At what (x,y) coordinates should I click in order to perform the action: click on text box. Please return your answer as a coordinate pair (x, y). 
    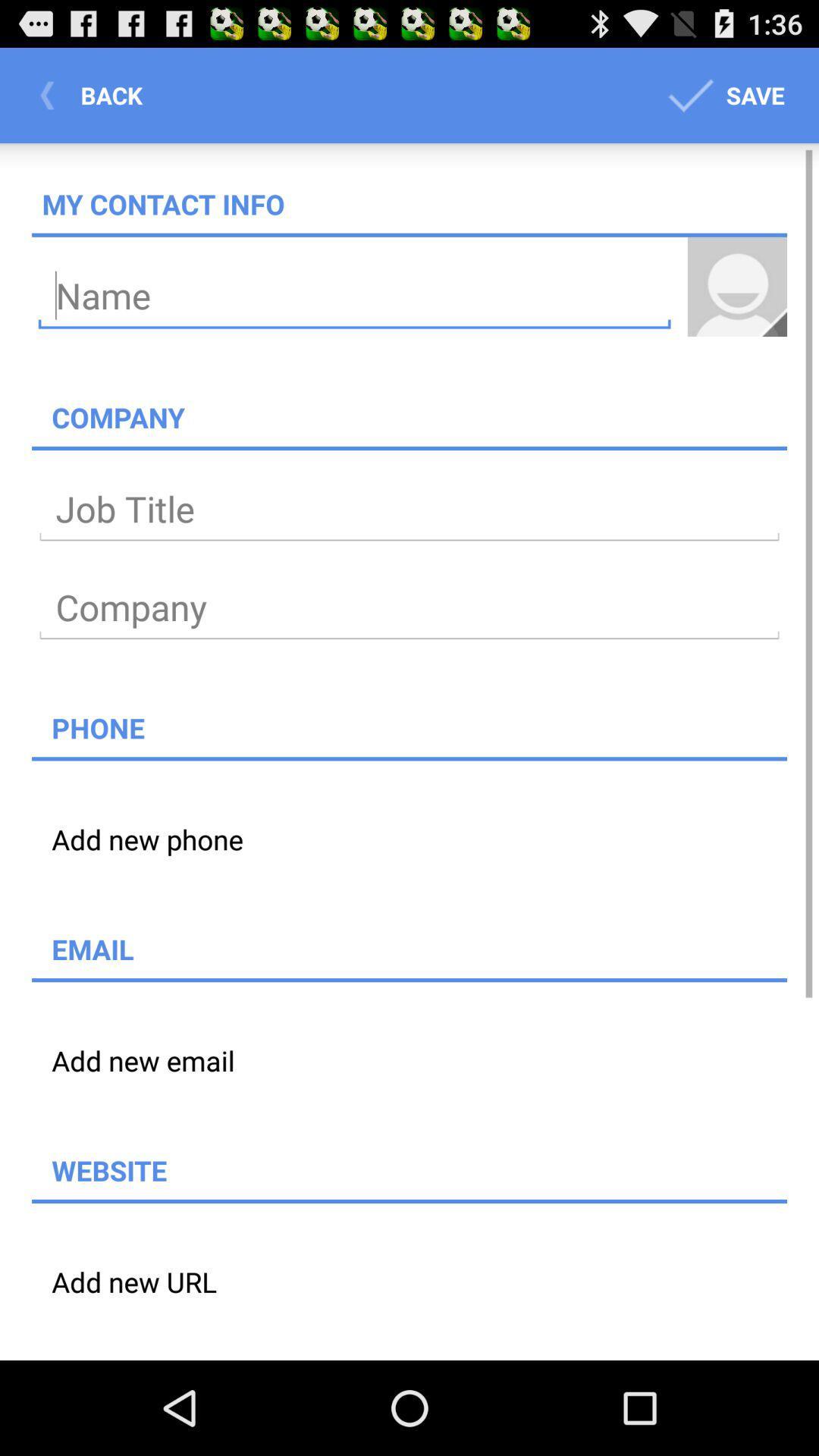
    Looking at the image, I should click on (409, 510).